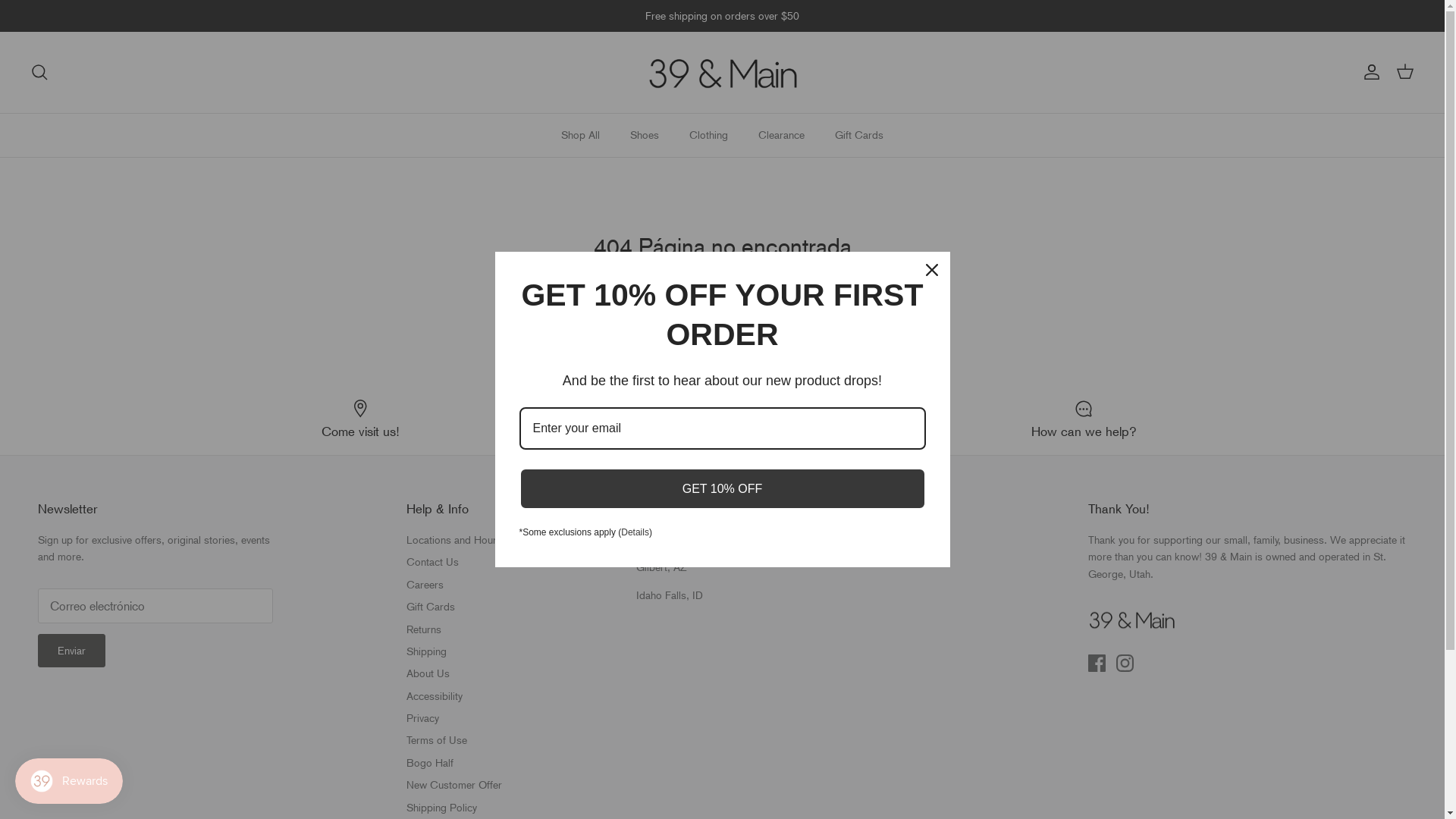 This screenshot has height=819, width=1456. I want to click on 'GET 10% OFF', so click(519, 488).